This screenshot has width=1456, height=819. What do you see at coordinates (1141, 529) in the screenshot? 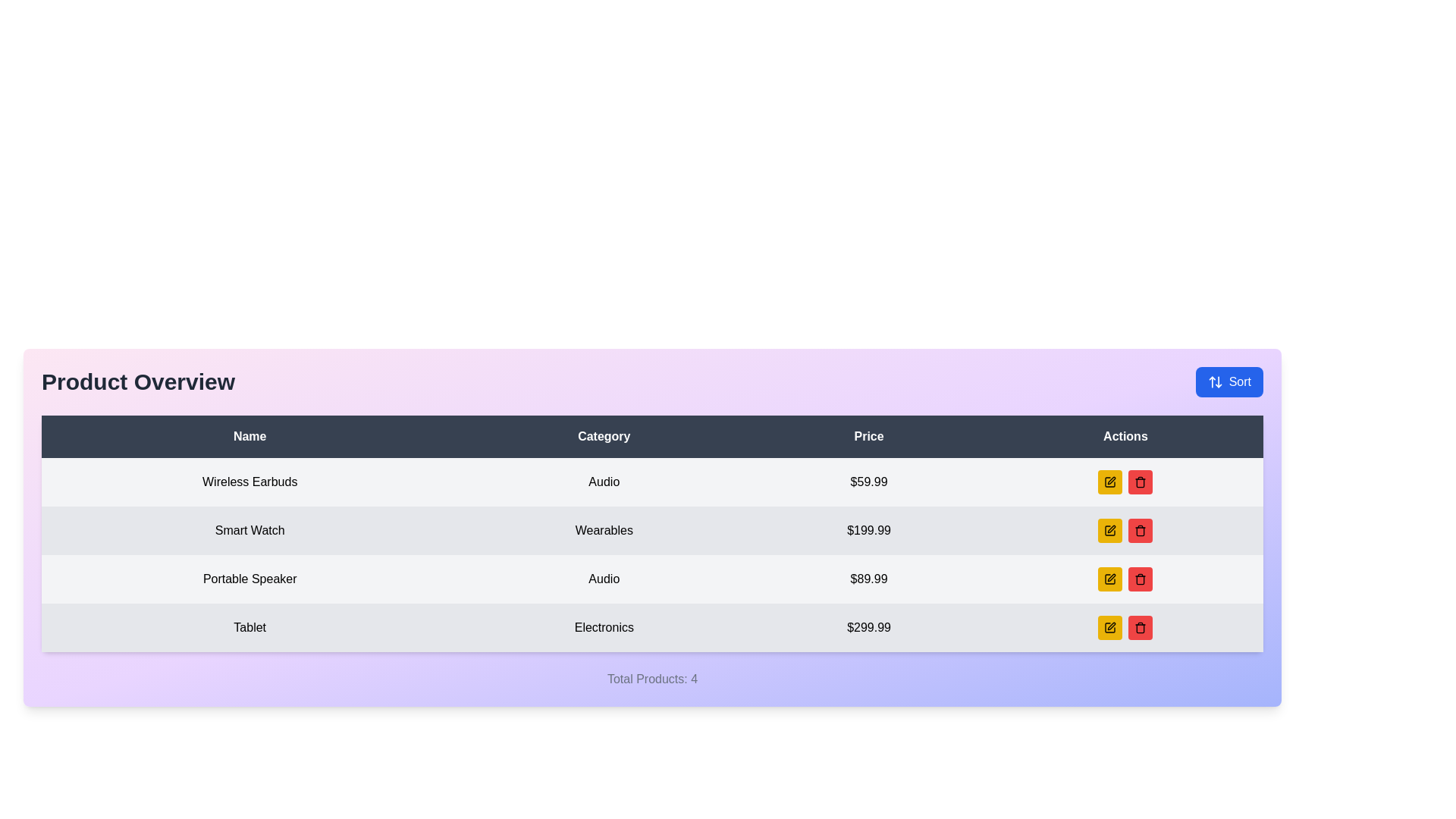
I see `the delete icon located in the fourth row under the 'Actions' column of the table, which is the second icon to the right of the yellow edit icon` at bounding box center [1141, 529].